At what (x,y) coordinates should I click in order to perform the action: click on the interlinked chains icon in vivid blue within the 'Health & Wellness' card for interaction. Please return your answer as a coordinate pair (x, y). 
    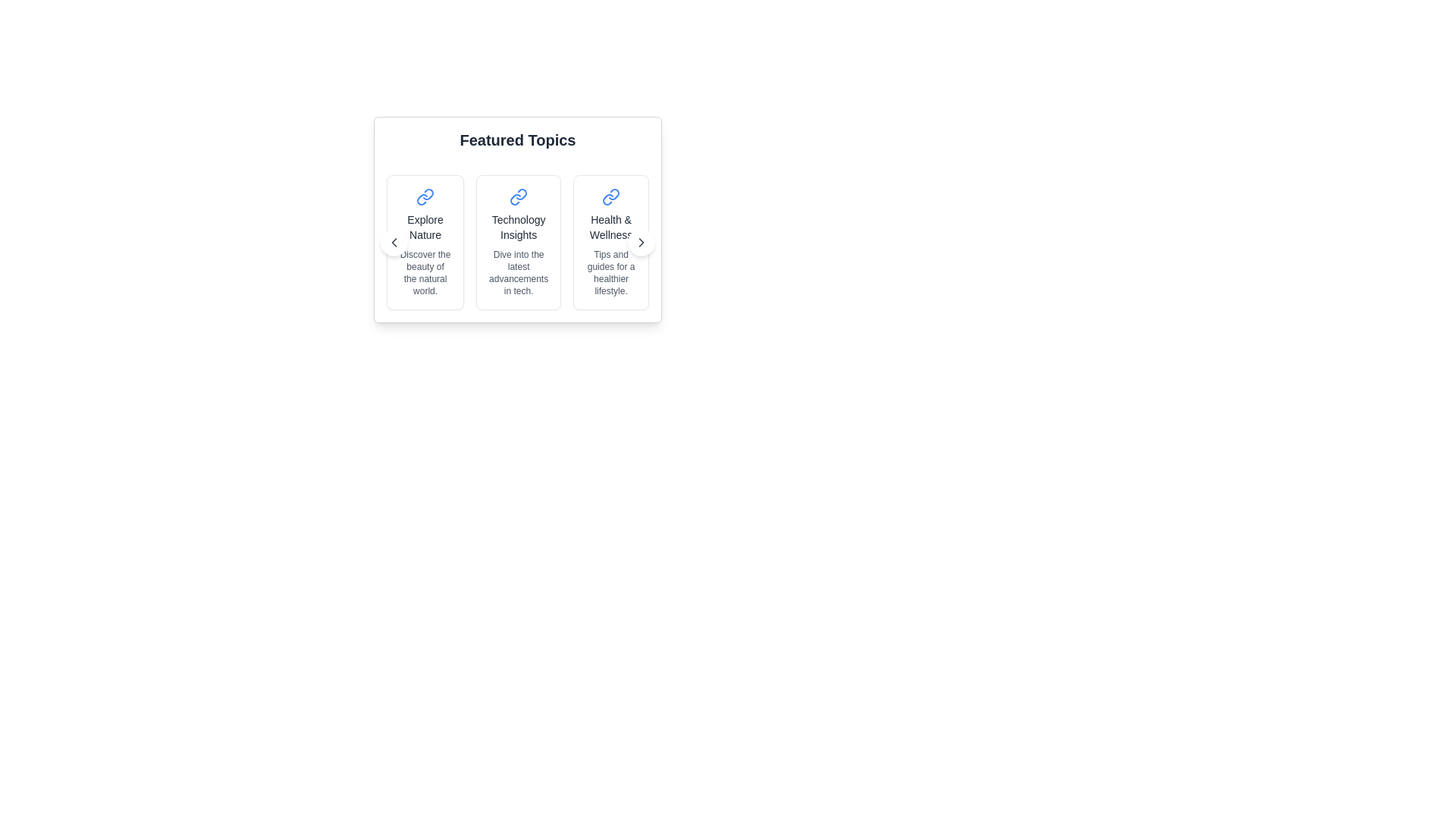
    Looking at the image, I should click on (611, 196).